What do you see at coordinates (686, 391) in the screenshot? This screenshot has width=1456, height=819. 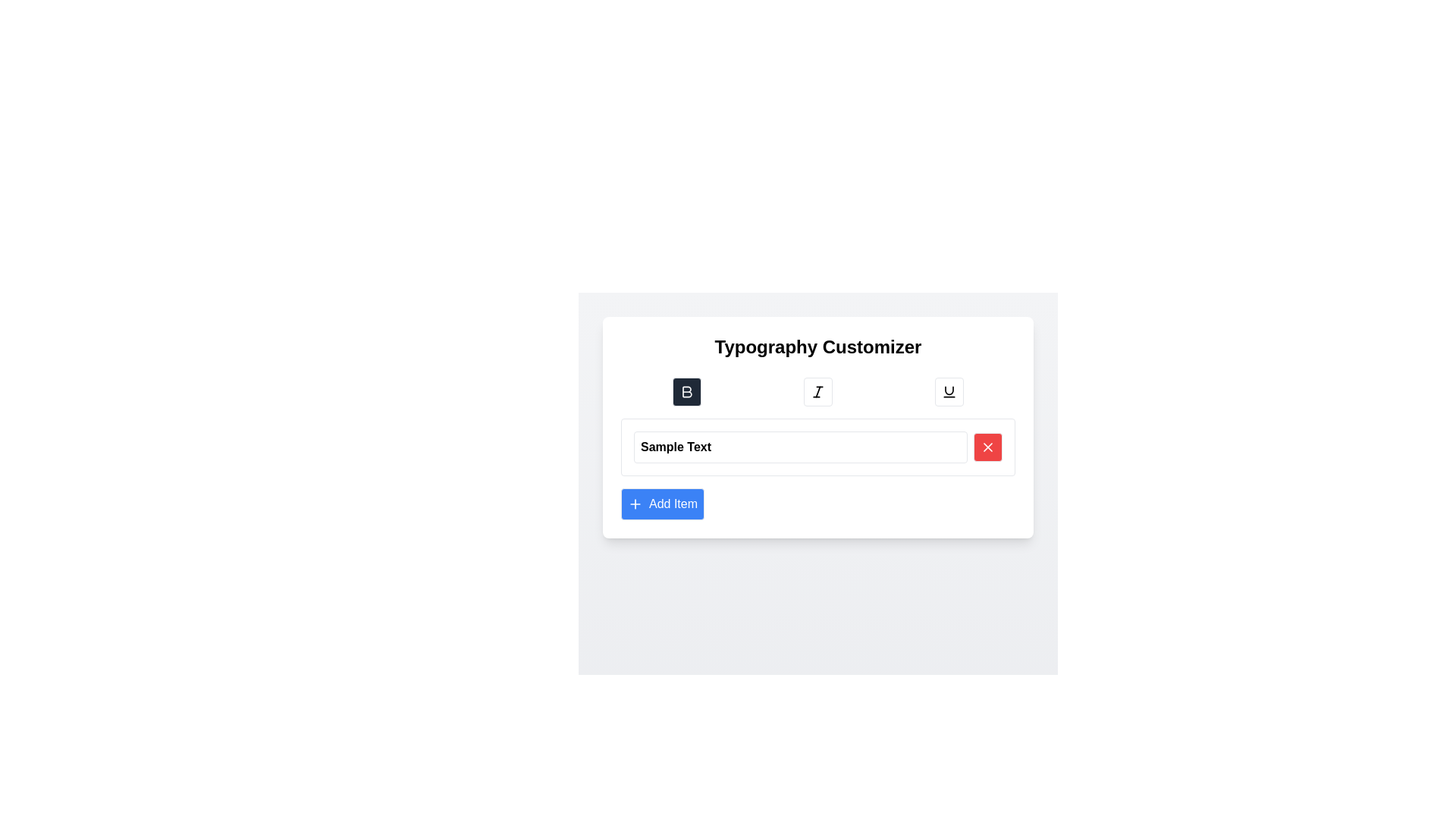 I see `the square button with a dark background and white border, which contains a bold 'B' icon, located beneath the 'Typography Customizer' heading` at bounding box center [686, 391].